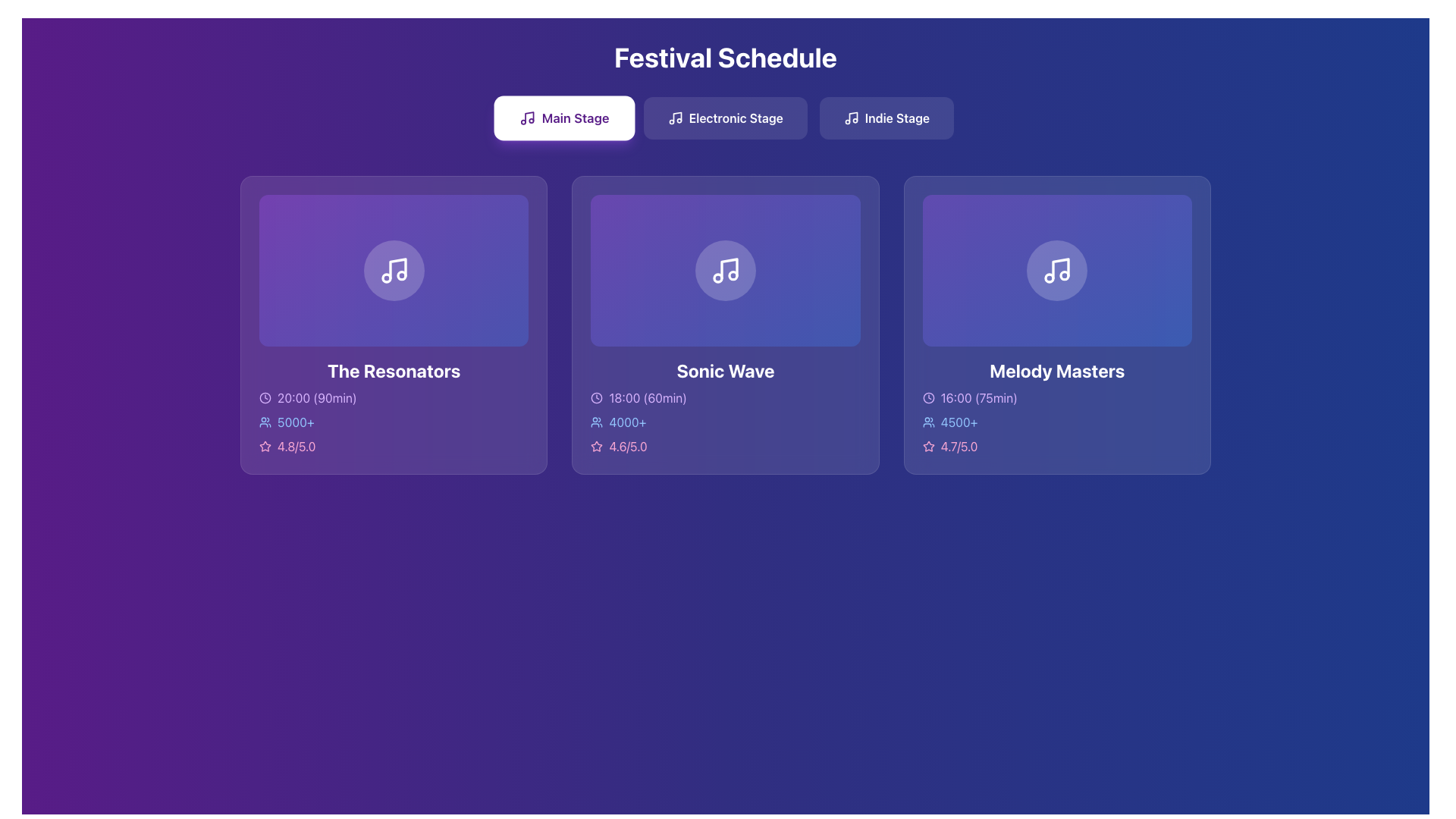 The width and height of the screenshot is (1456, 819). What do you see at coordinates (724, 117) in the screenshot?
I see `the 'Electronic Stage' button, which is a rectangular button with rounded corners and a gradient background, positioned below the 'Festival Schedule' heading and above the performances section` at bounding box center [724, 117].